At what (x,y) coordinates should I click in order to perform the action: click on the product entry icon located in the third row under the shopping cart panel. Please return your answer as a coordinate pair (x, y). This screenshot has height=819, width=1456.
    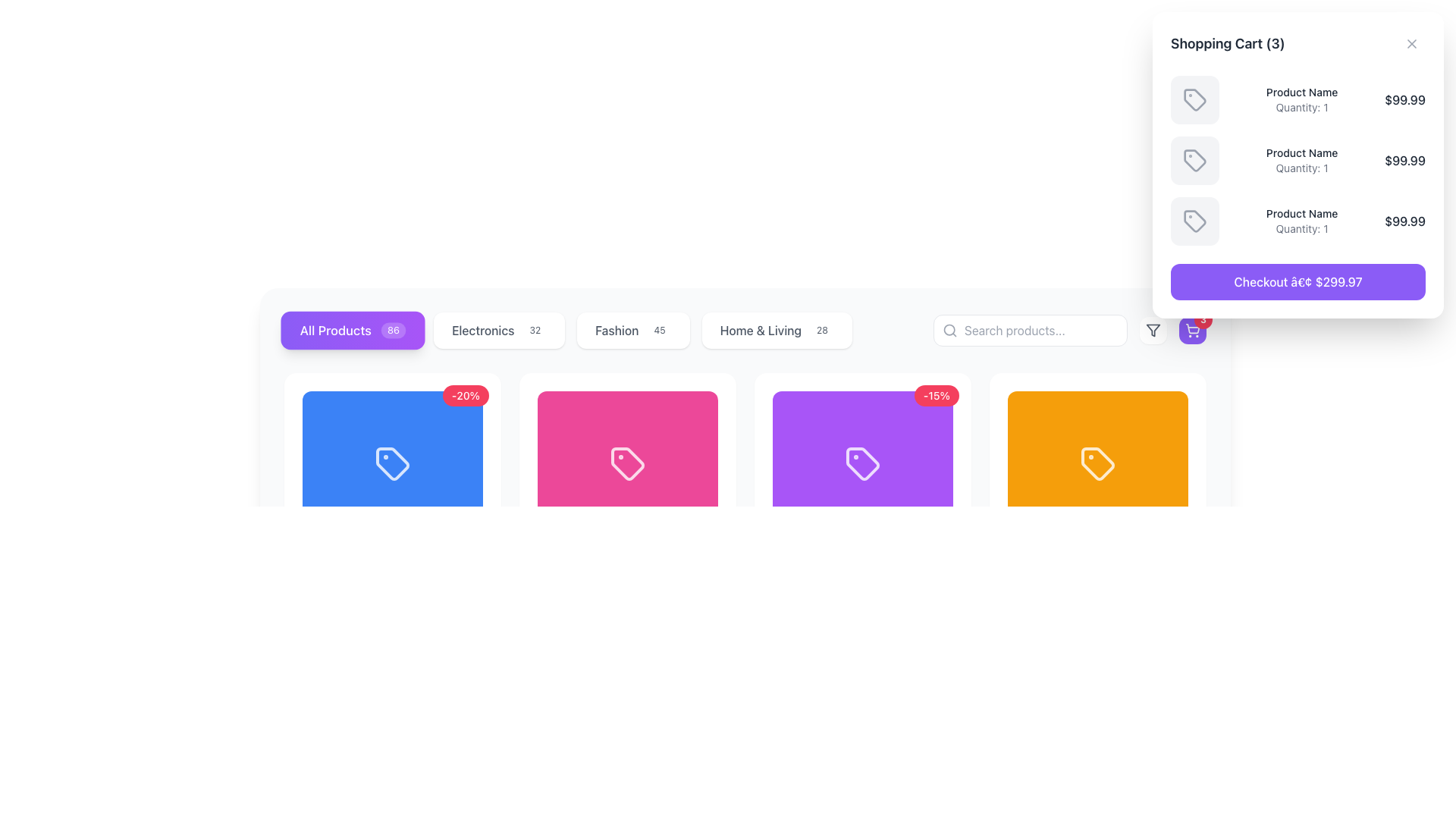
    Looking at the image, I should click on (1194, 221).